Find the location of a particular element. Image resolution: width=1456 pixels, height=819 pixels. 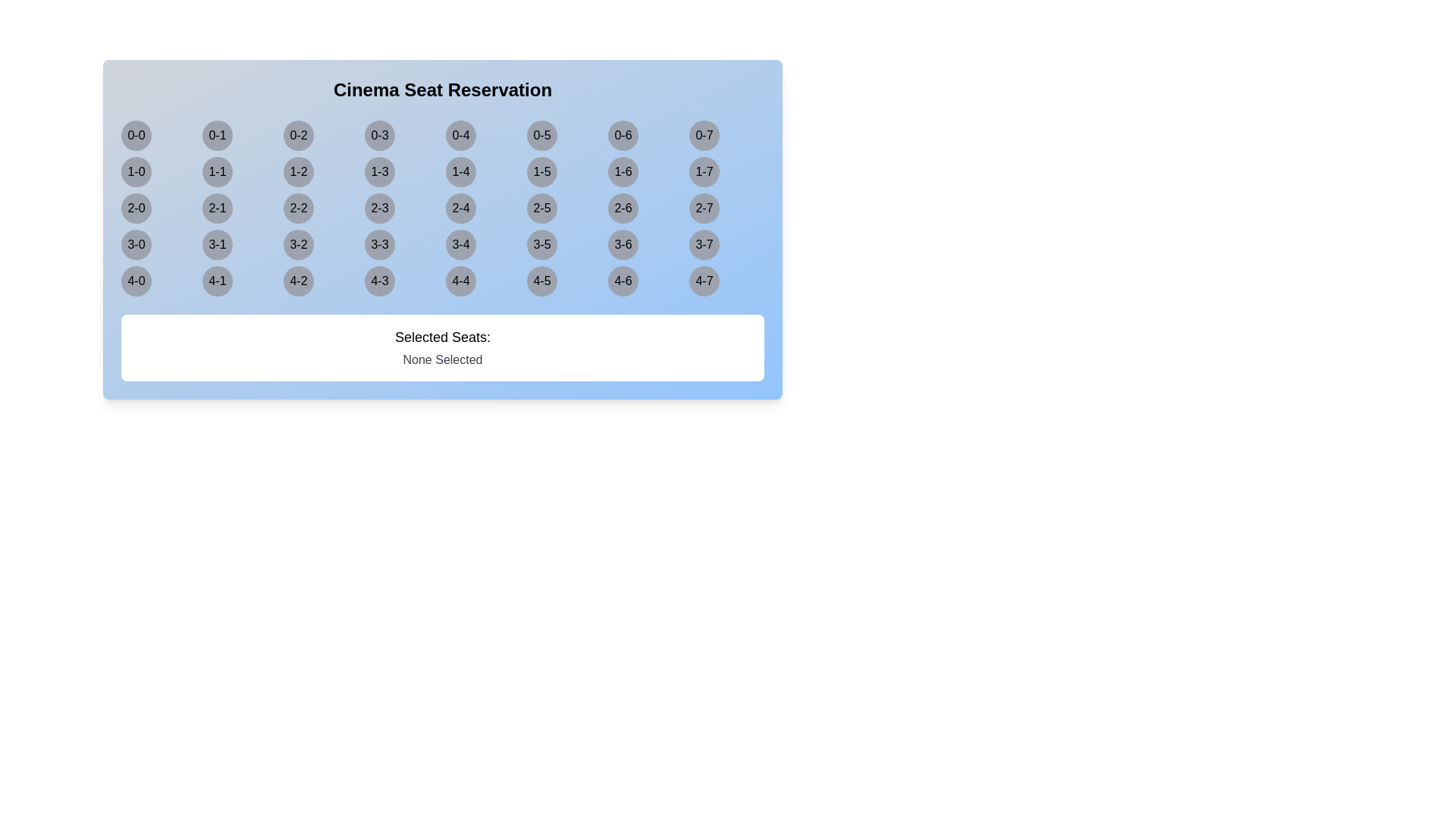

the circular button labeled '1-2' in the Cinema Seat Reservation grid is located at coordinates (298, 171).